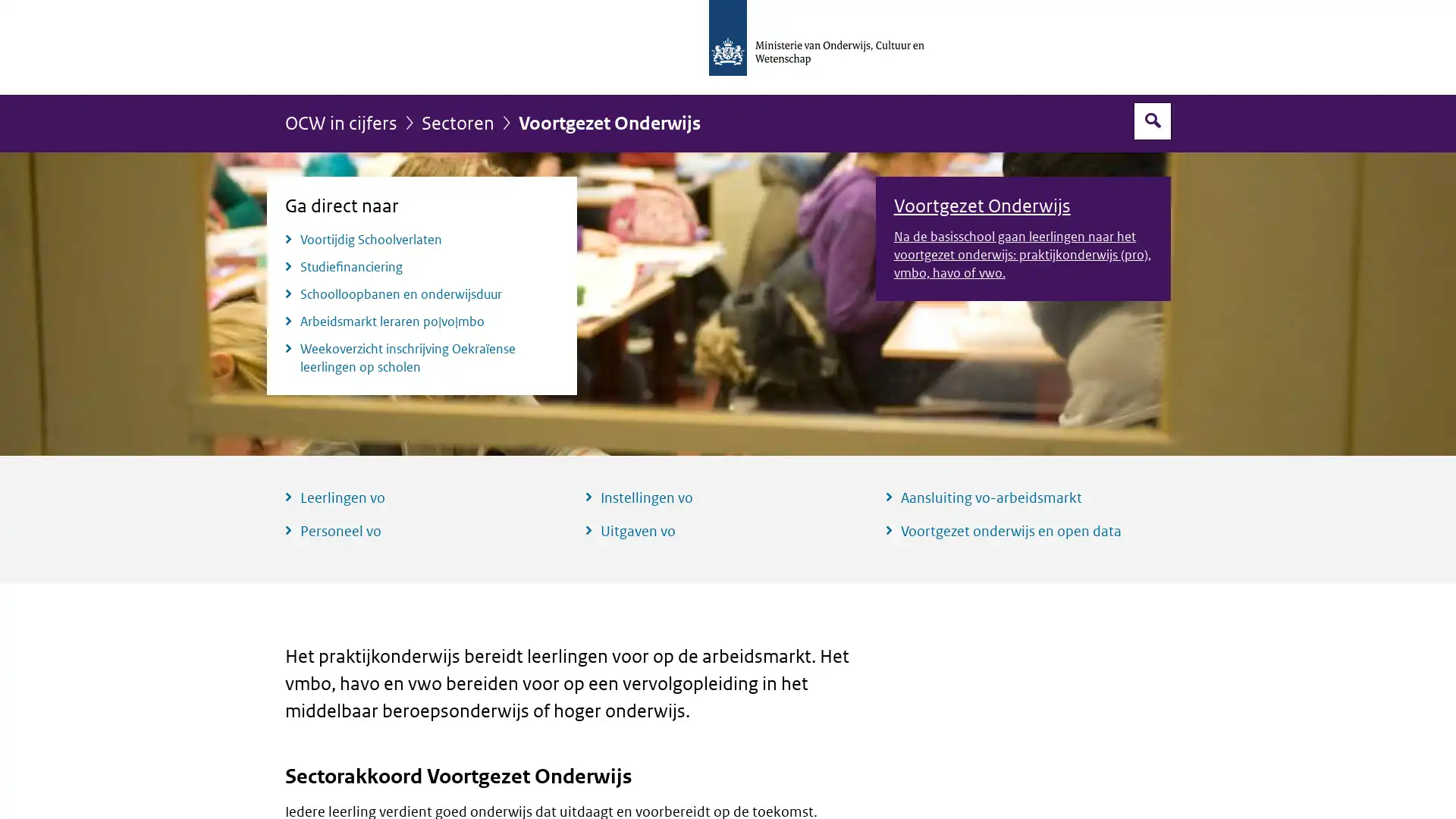 This screenshot has width=1456, height=819. I want to click on Open zoekveld, so click(1153, 120).